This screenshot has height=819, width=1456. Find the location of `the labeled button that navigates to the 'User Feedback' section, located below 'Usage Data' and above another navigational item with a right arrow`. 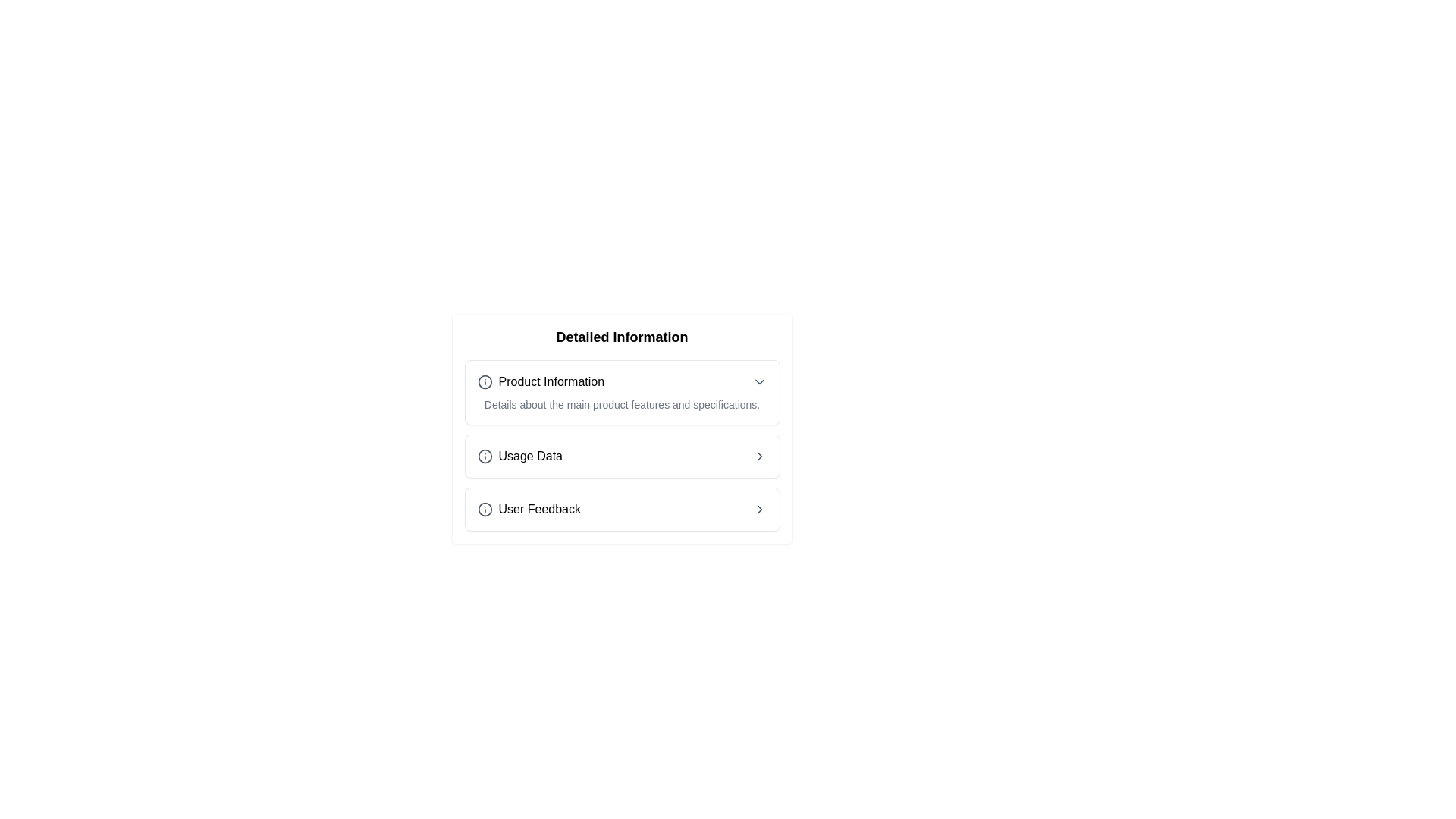

the labeled button that navigates to the 'User Feedback' section, located below 'Usage Data' and above another navigational item with a right arrow is located at coordinates (529, 509).